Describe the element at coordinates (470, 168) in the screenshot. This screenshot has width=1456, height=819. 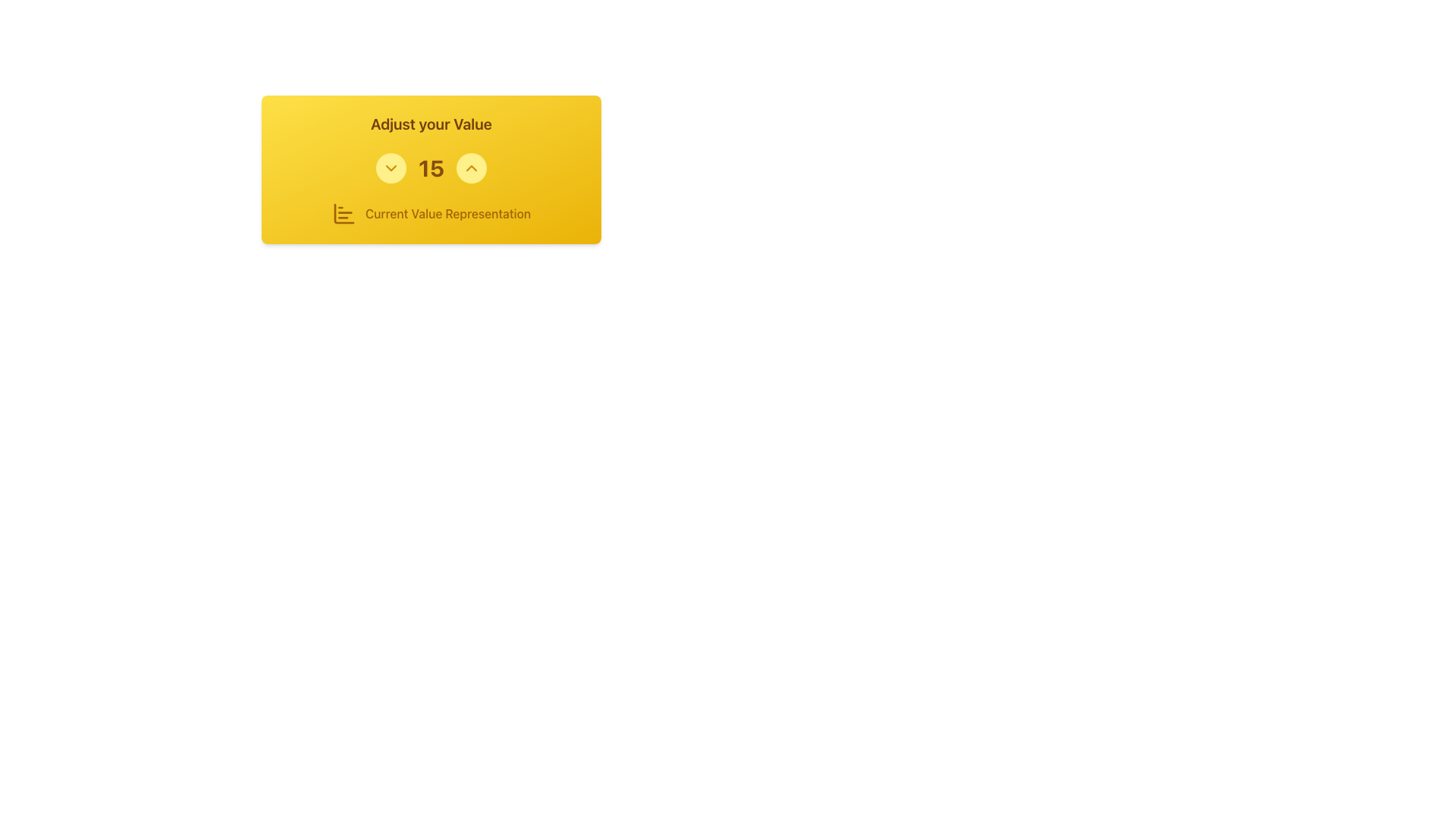
I see `the farthest right button in a horizontal set of three elements` at that location.